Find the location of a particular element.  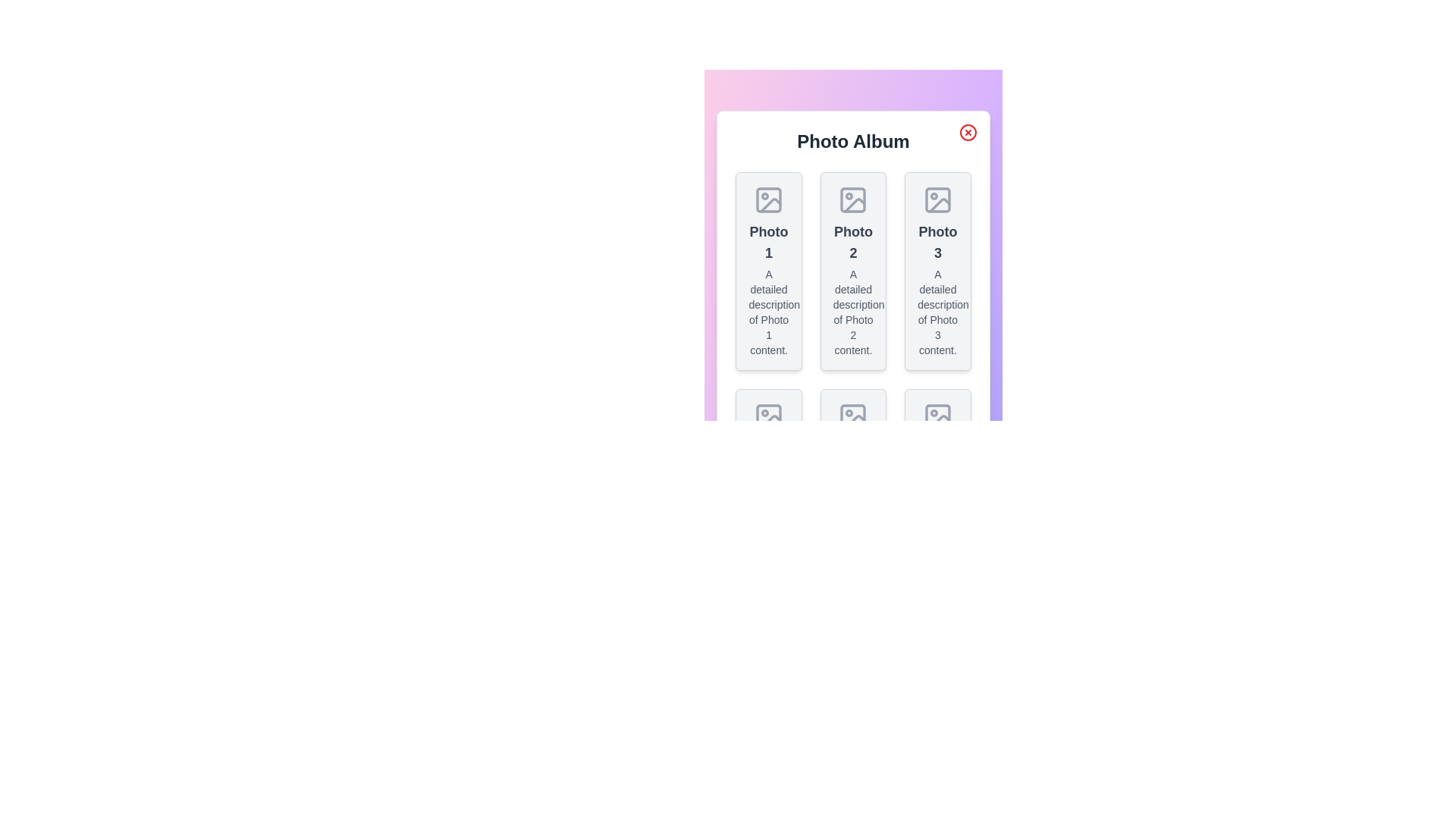

the dialog title 'Photo Album' to focus on it is located at coordinates (853, 141).